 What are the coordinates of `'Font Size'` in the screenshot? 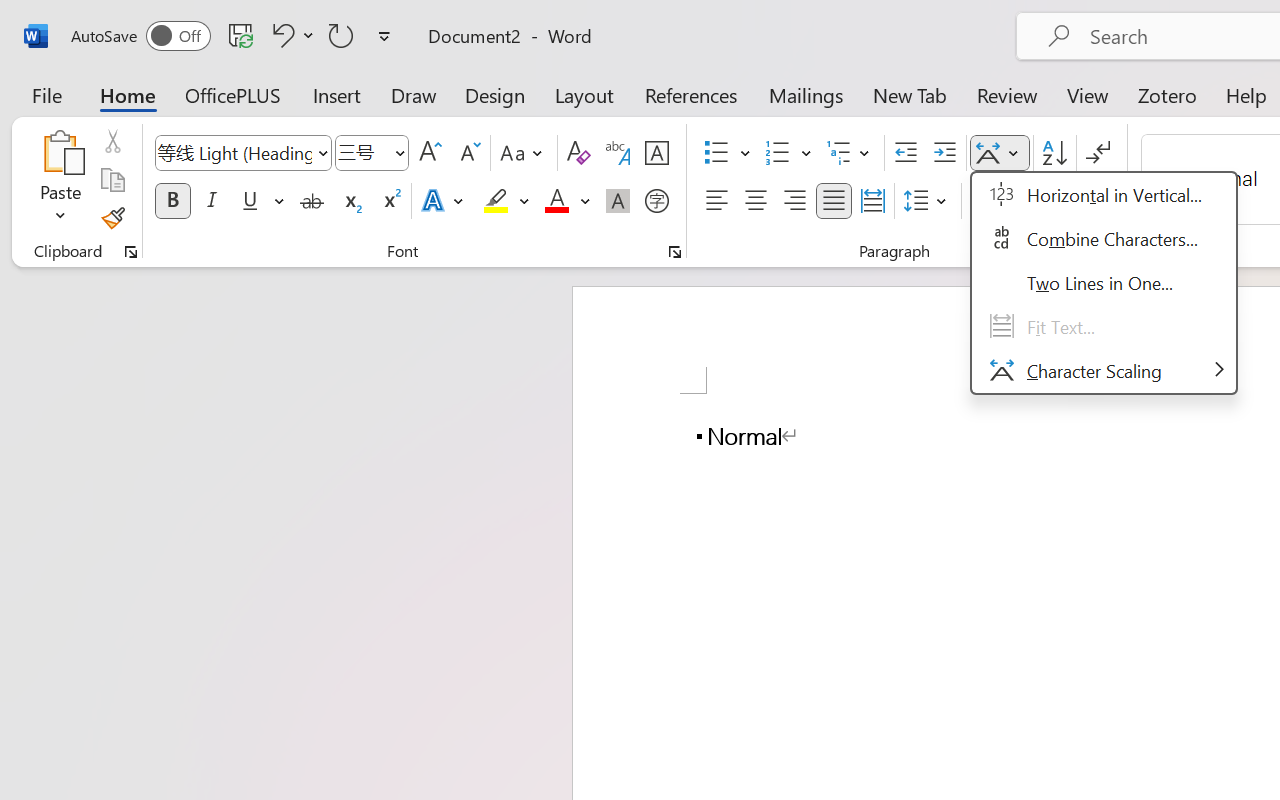 It's located at (362, 152).